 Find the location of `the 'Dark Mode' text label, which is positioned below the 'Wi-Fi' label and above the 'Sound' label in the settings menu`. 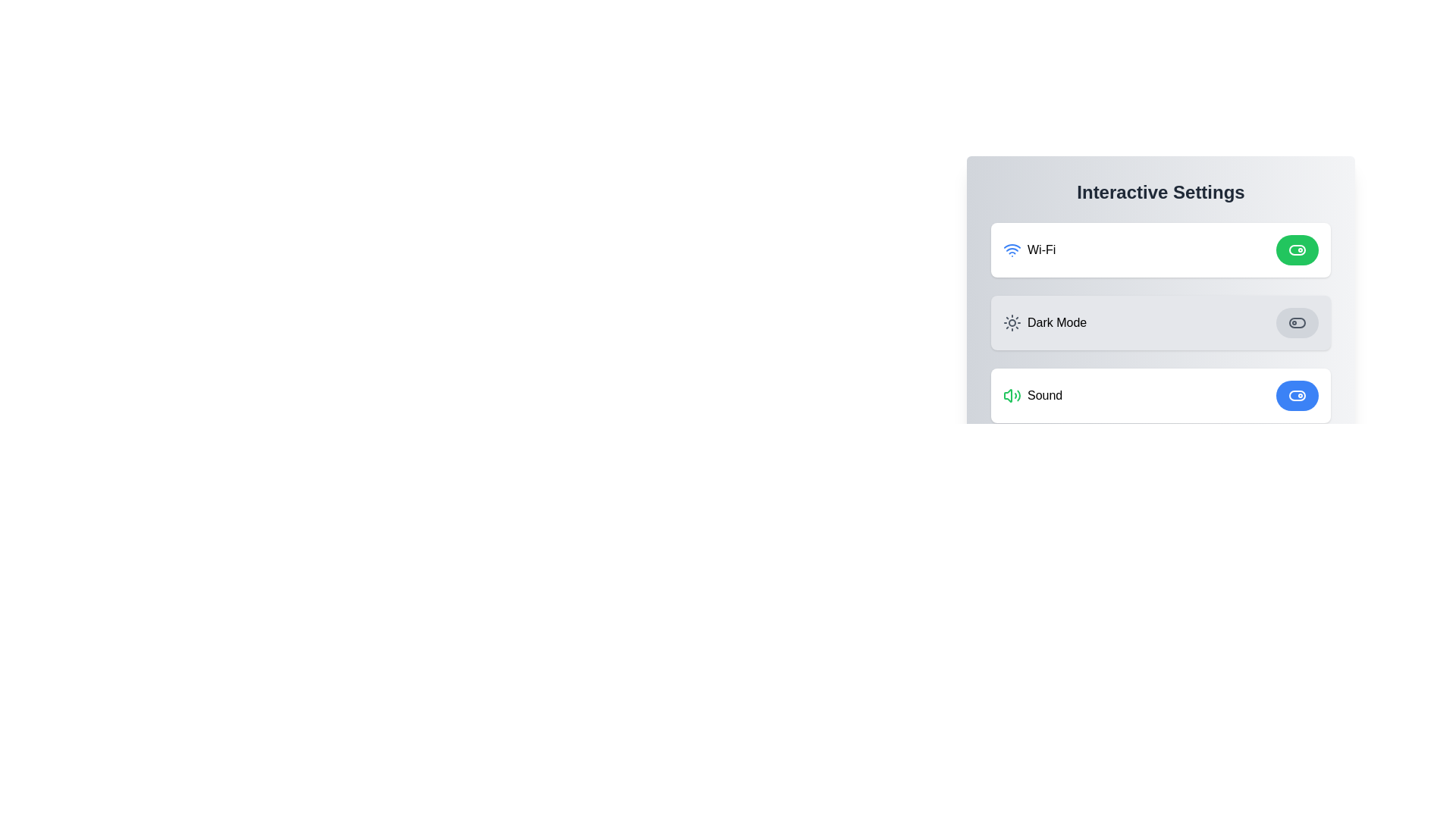

the 'Dark Mode' text label, which is positioned below the 'Wi-Fi' label and above the 'Sound' label in the settings menu is located at coordinates (1056, 322).